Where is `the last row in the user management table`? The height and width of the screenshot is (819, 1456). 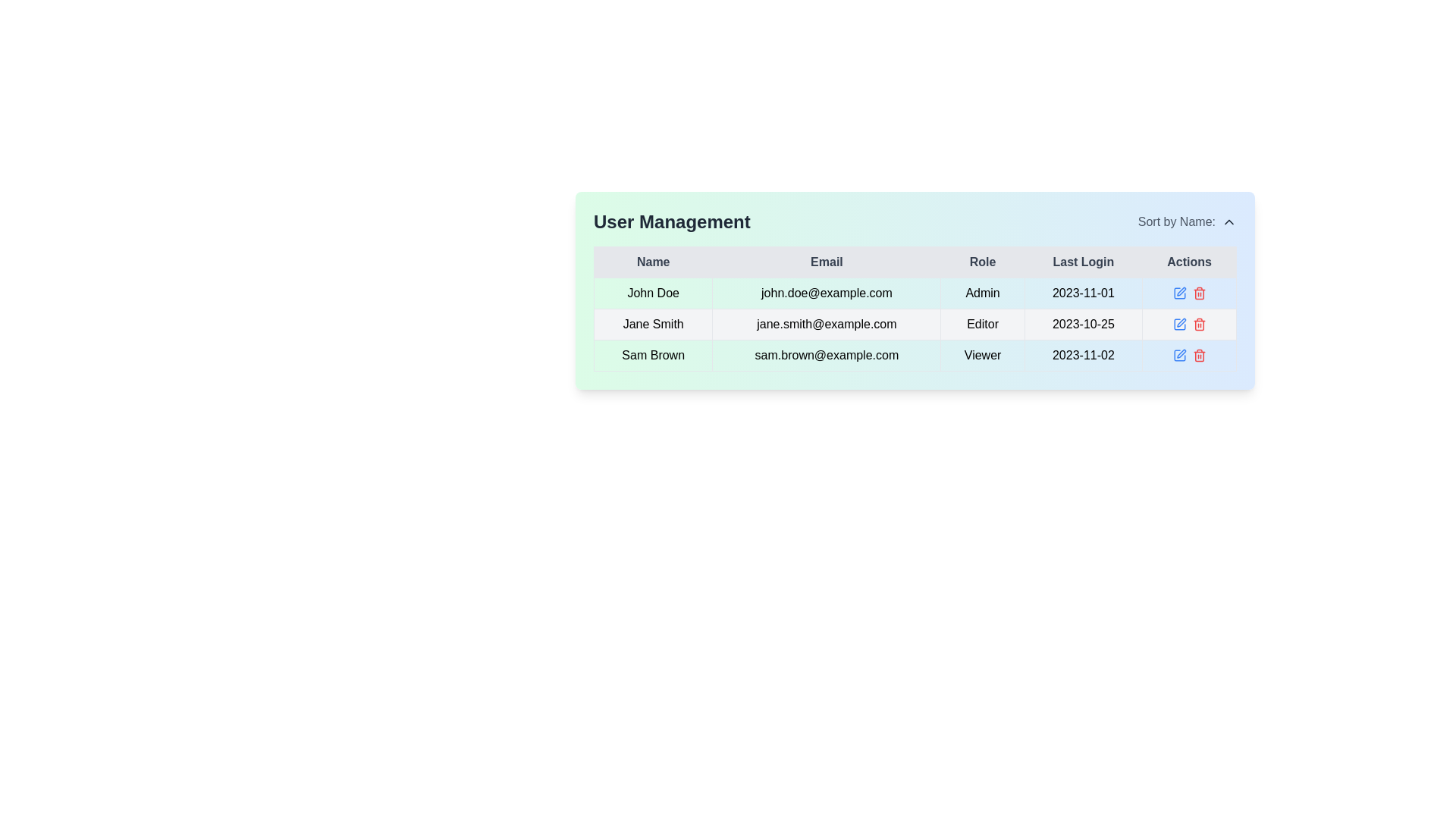
the last row in the user management table is located at coordinates (914, 356).